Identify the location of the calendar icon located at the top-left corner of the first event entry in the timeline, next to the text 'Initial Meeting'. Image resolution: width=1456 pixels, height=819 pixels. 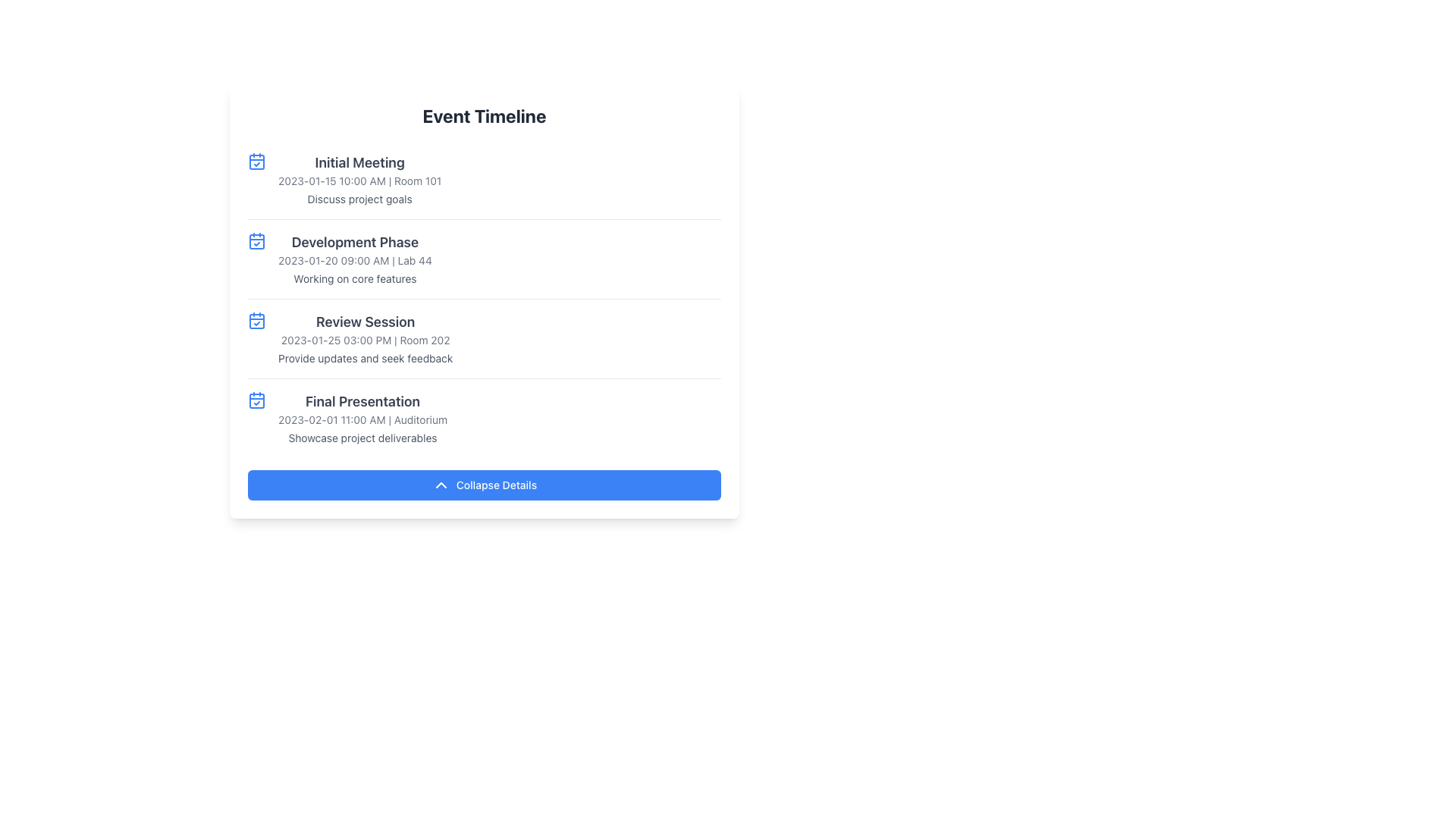
(257, 161).